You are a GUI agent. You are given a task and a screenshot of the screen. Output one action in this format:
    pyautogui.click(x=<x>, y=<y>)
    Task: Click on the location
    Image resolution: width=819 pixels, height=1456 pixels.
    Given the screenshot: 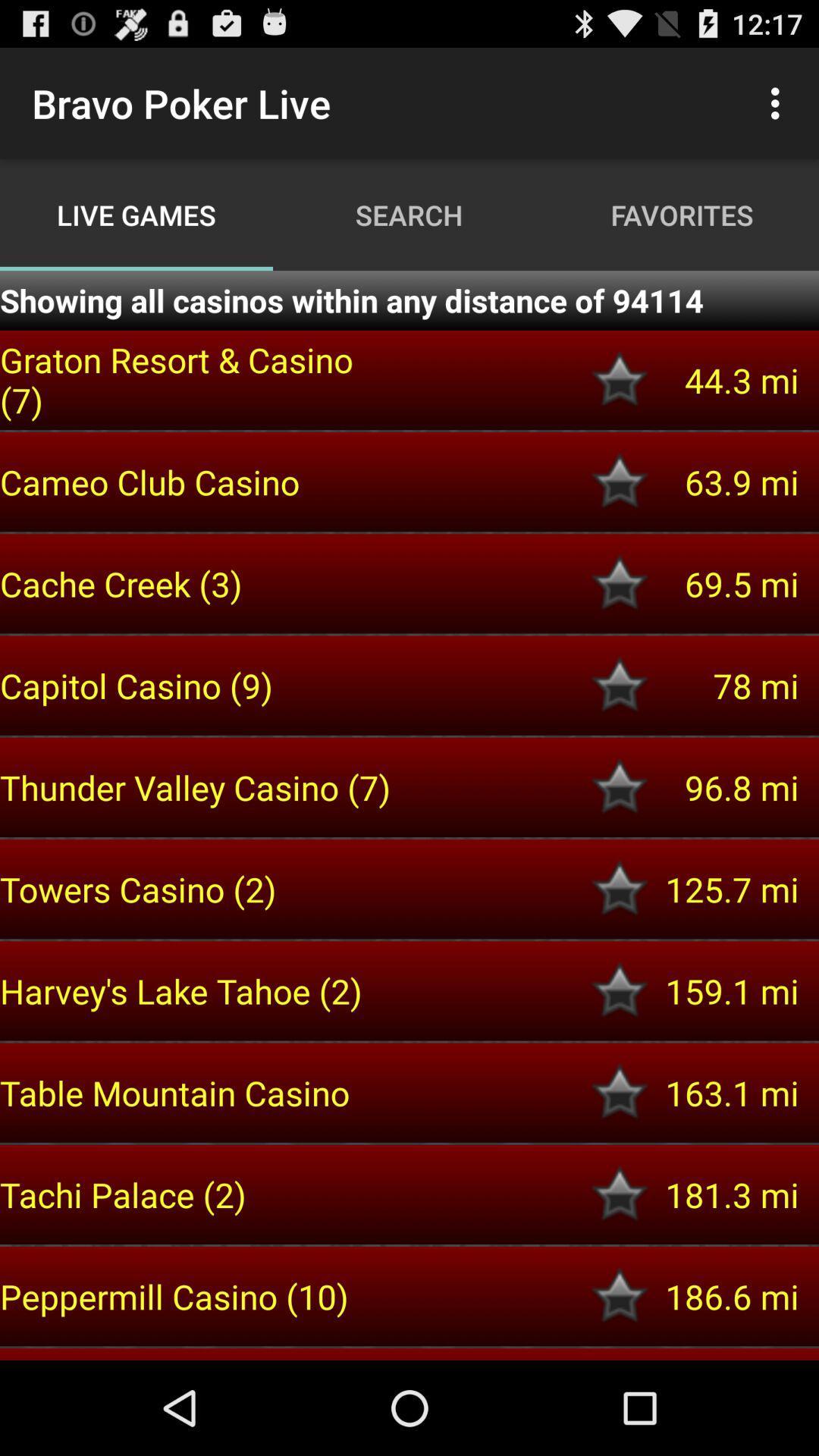 What is the action you would take?
    pyautogui.click(x=620, y=685)
    